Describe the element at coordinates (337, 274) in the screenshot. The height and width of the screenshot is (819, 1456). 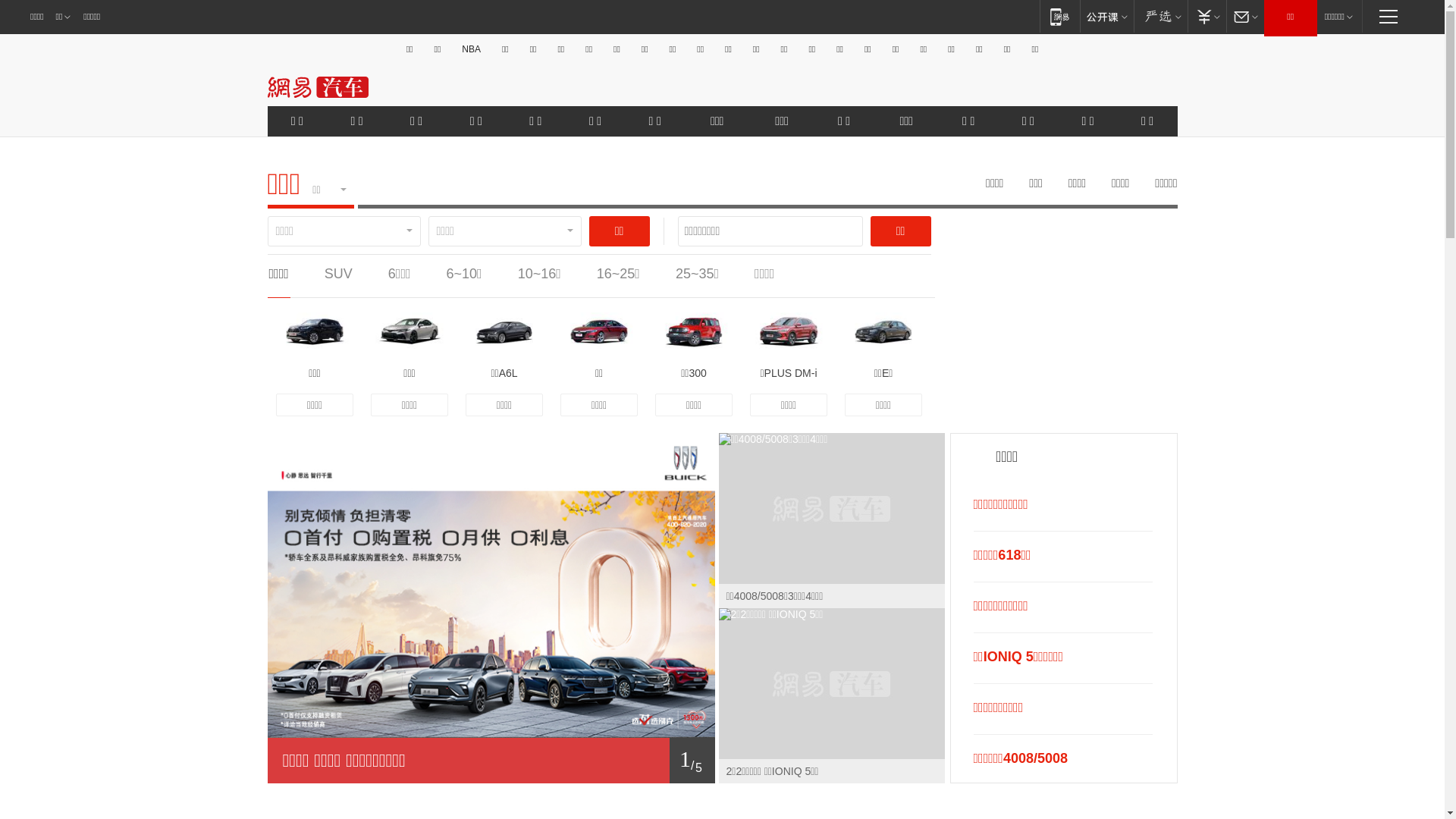
I see `'SUV'` at that location.